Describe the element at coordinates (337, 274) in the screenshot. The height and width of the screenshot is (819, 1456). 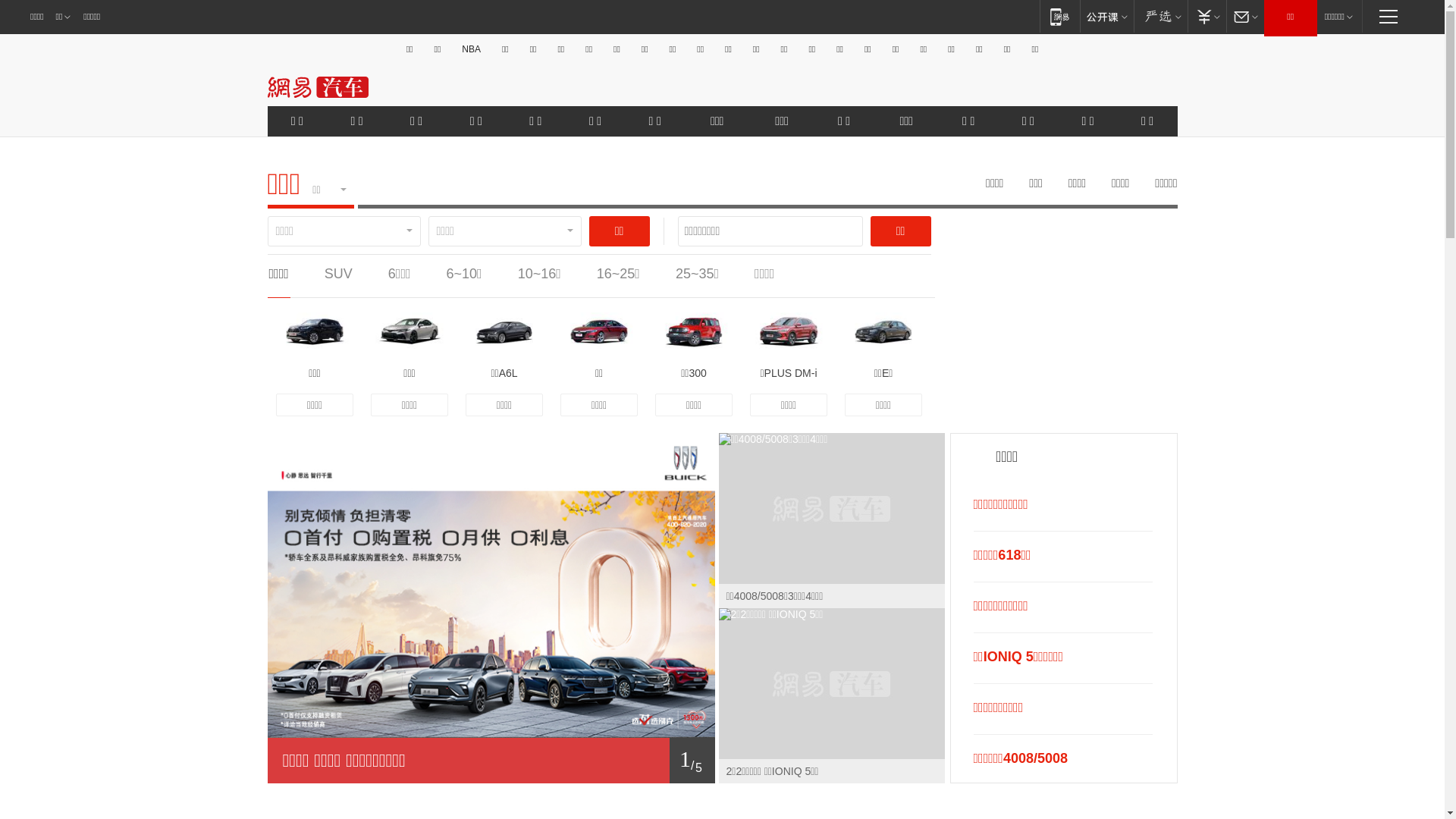
I see `'SUV'` at that location.